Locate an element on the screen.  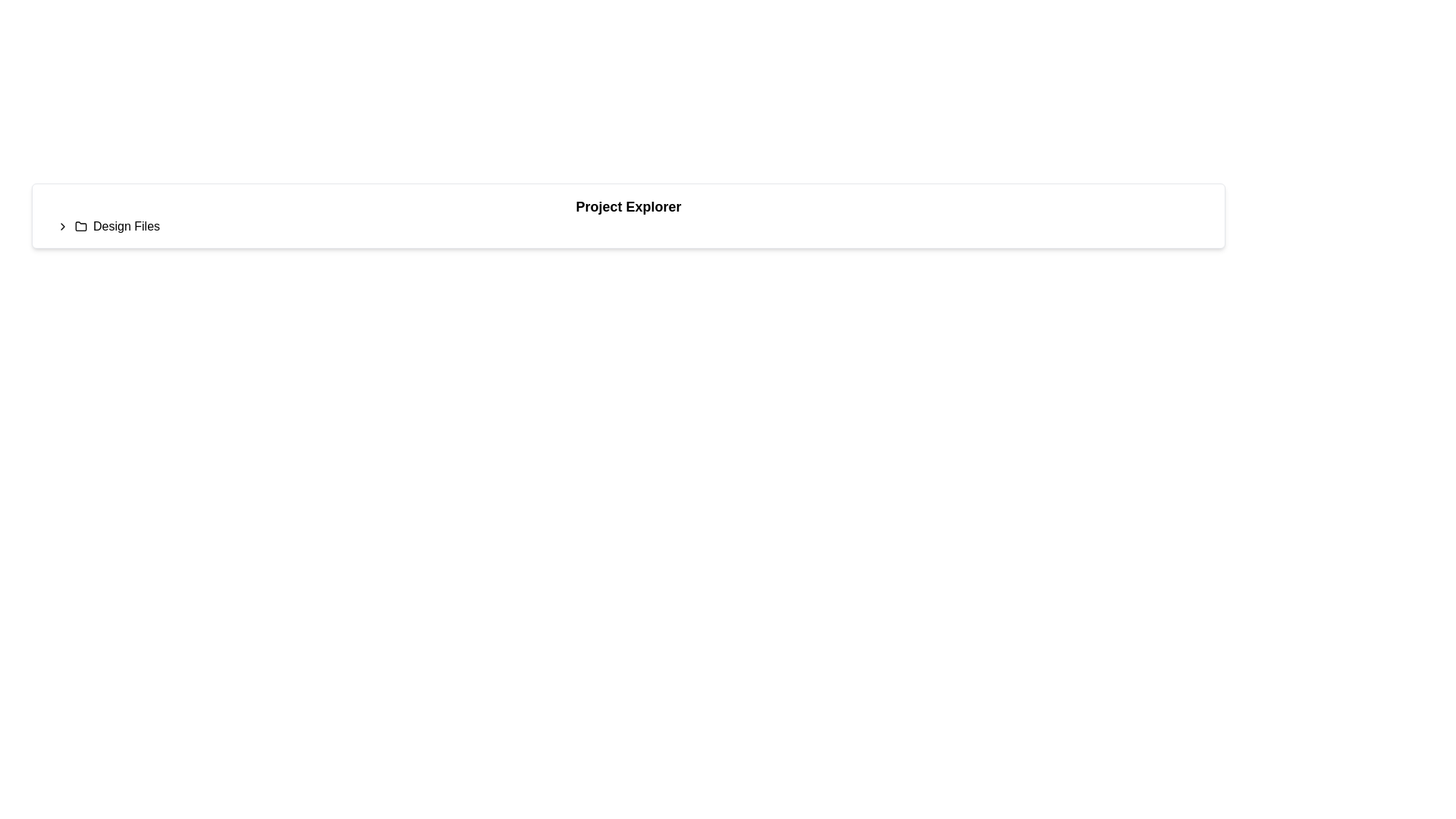
the non-interactive folder icon located to the left of the 'Design Files' label is located at coordinates (80, 225).